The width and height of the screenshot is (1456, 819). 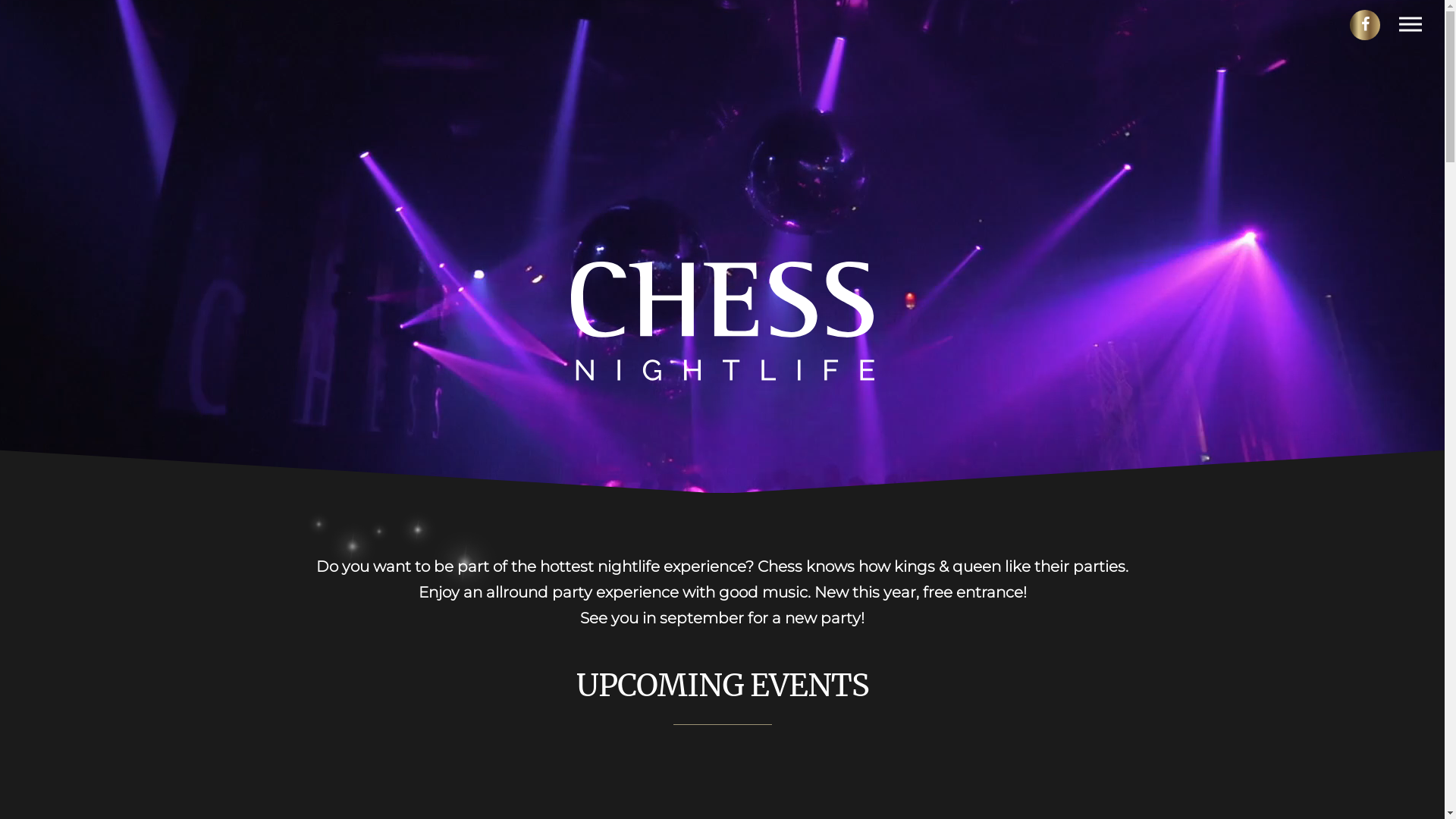 I want to click on 'facebook', so click(x=1364, y=25).